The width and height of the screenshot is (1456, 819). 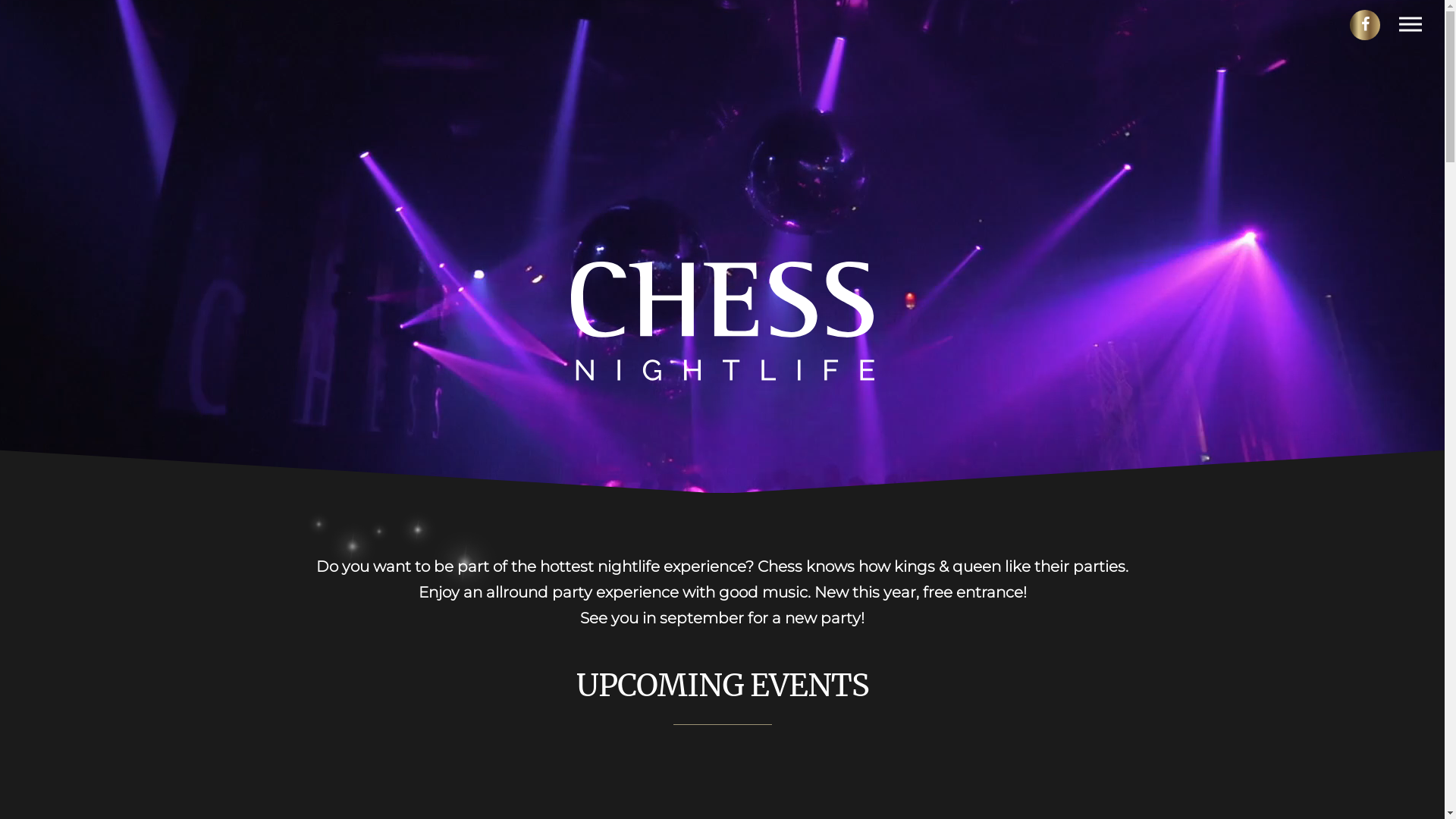 I want to click on 'facebook', so click(x=1364, y=25).